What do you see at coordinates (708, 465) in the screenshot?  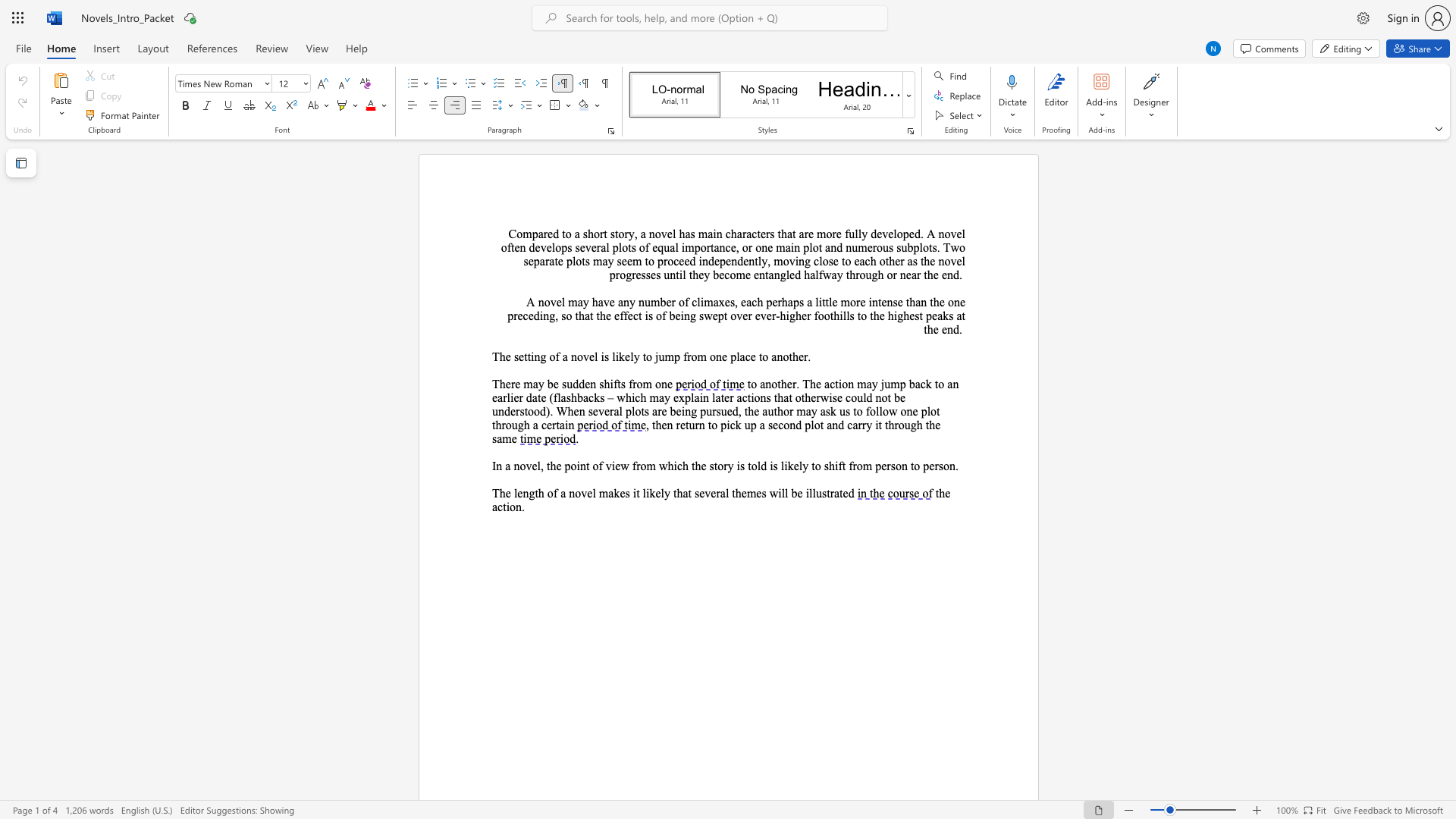 I see `the subset text "story is told is likely to shift from" within the text "In a novel, the point of view from which the story is told is likely to shift from person to person."` at bounding box center [708, 465].